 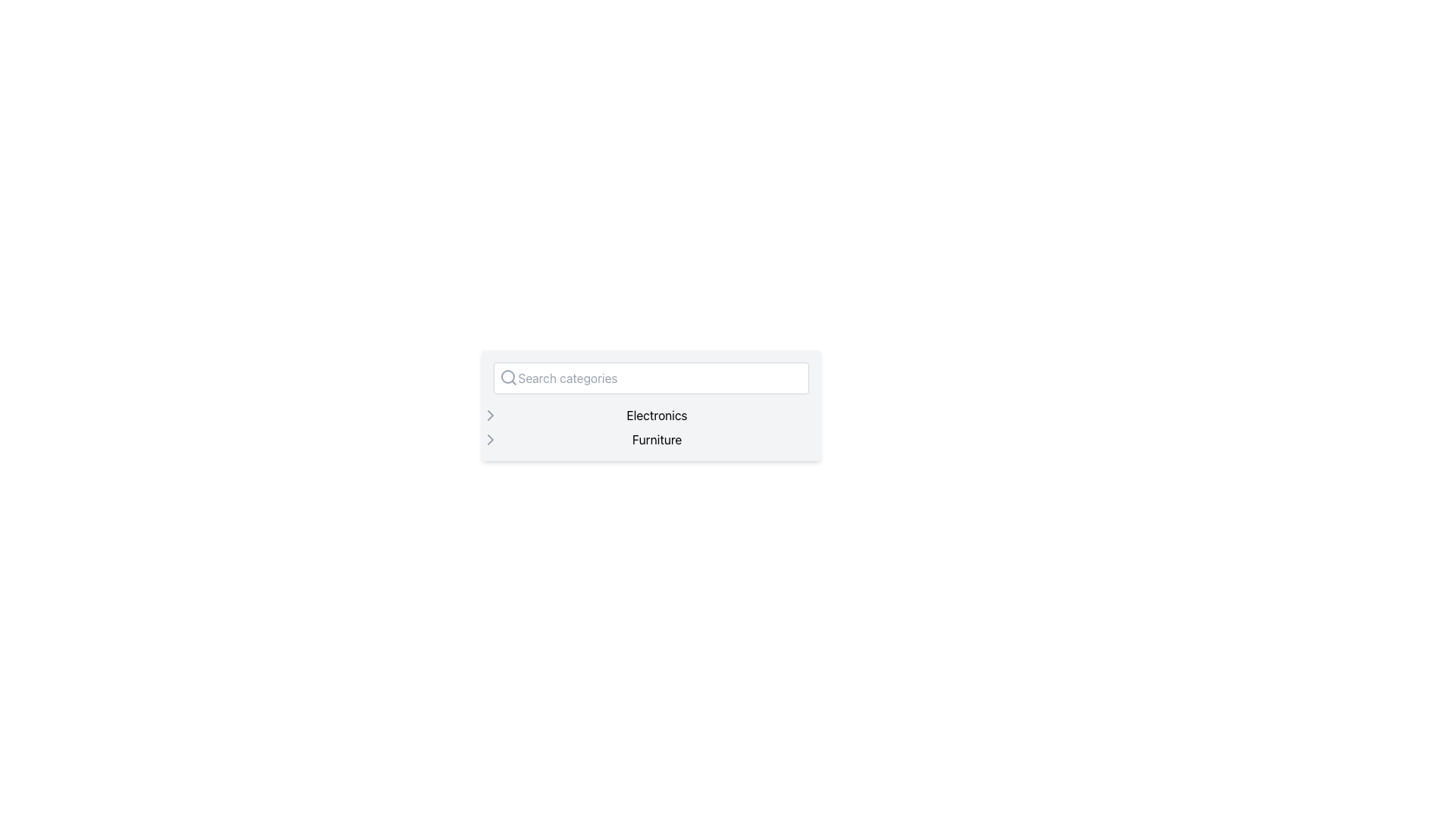 What do you see at coordinates (490, 415) in the screenshot?
I see `the chevron icon pointing to the right` at bounding box center [490, 415].